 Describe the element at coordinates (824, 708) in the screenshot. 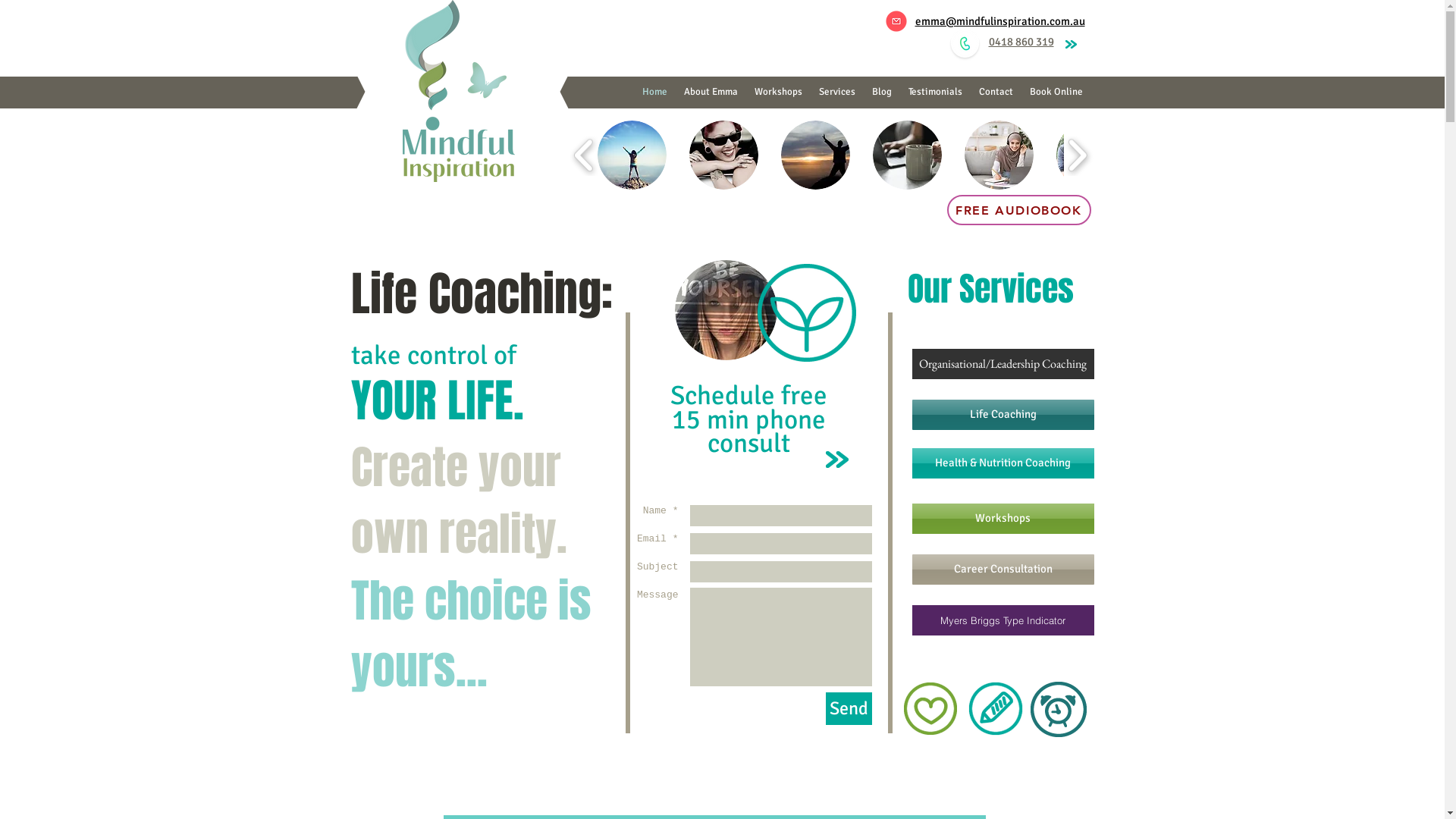

I see `'Send'` at that location.